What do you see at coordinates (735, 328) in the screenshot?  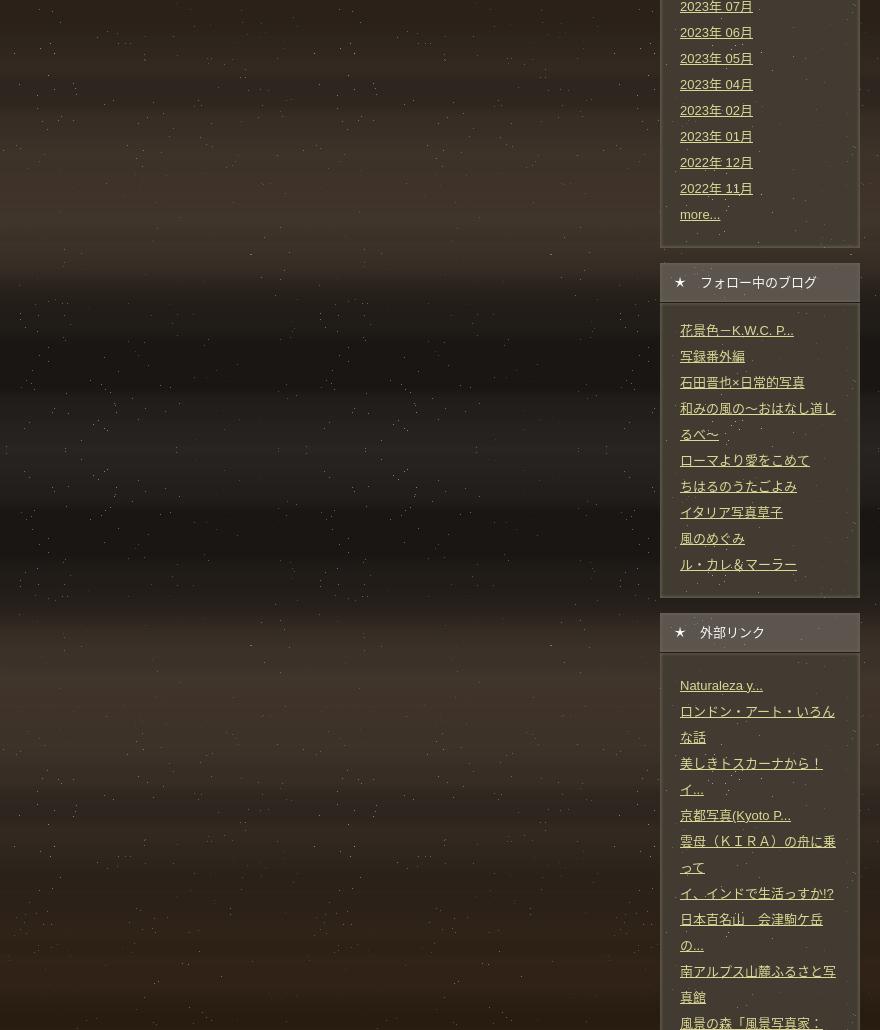 I see `'花景色－K.W.C. P...'` at bounding box center [735, 328].